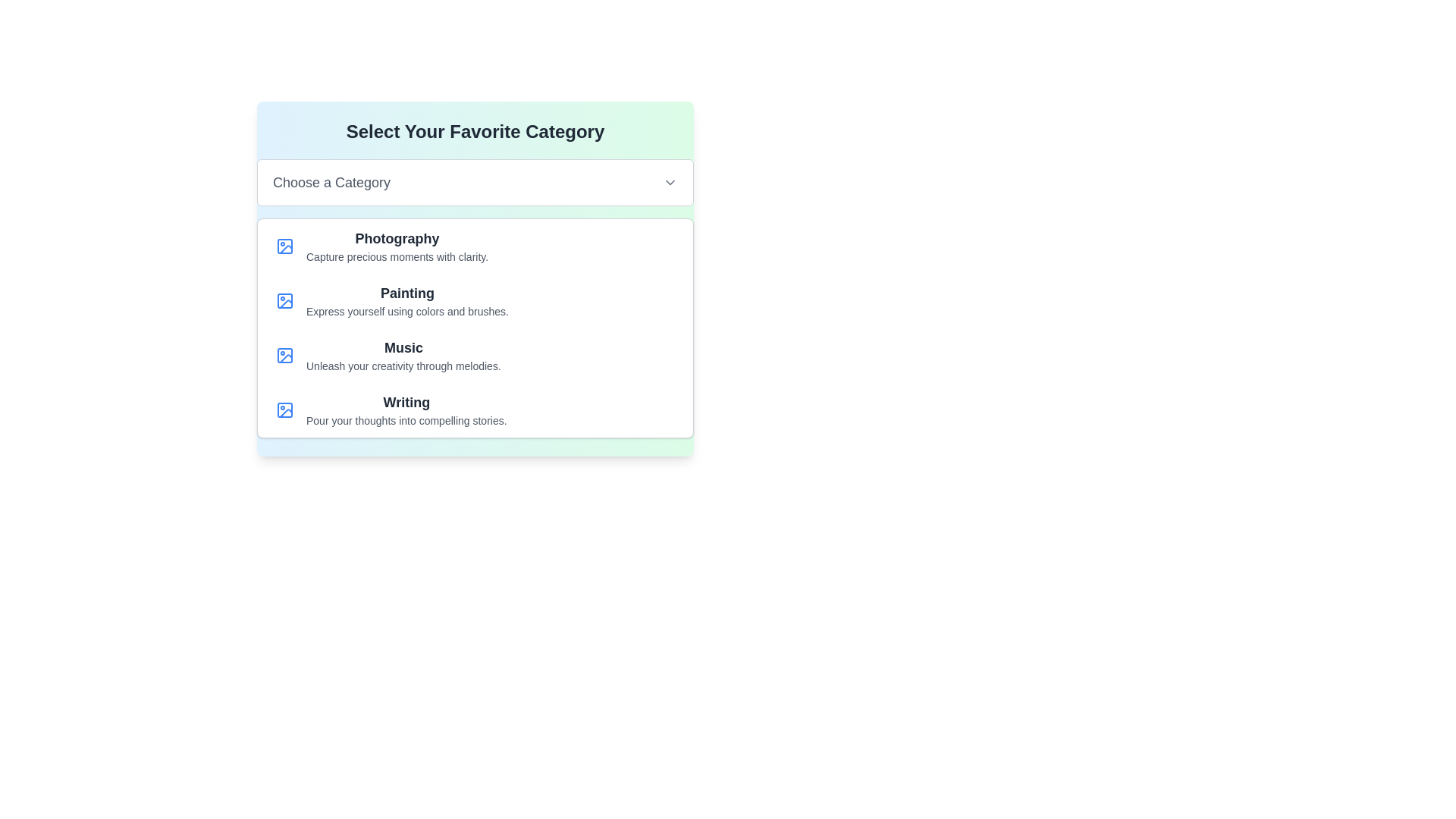 Image resolution: width=1456 pixels, height=819 pixels. Describe the element at coordinates (397, 256) in the screenshot. I see `the informational text located underneath the 'Photography' heading within the first item of the selectable list` at that location.